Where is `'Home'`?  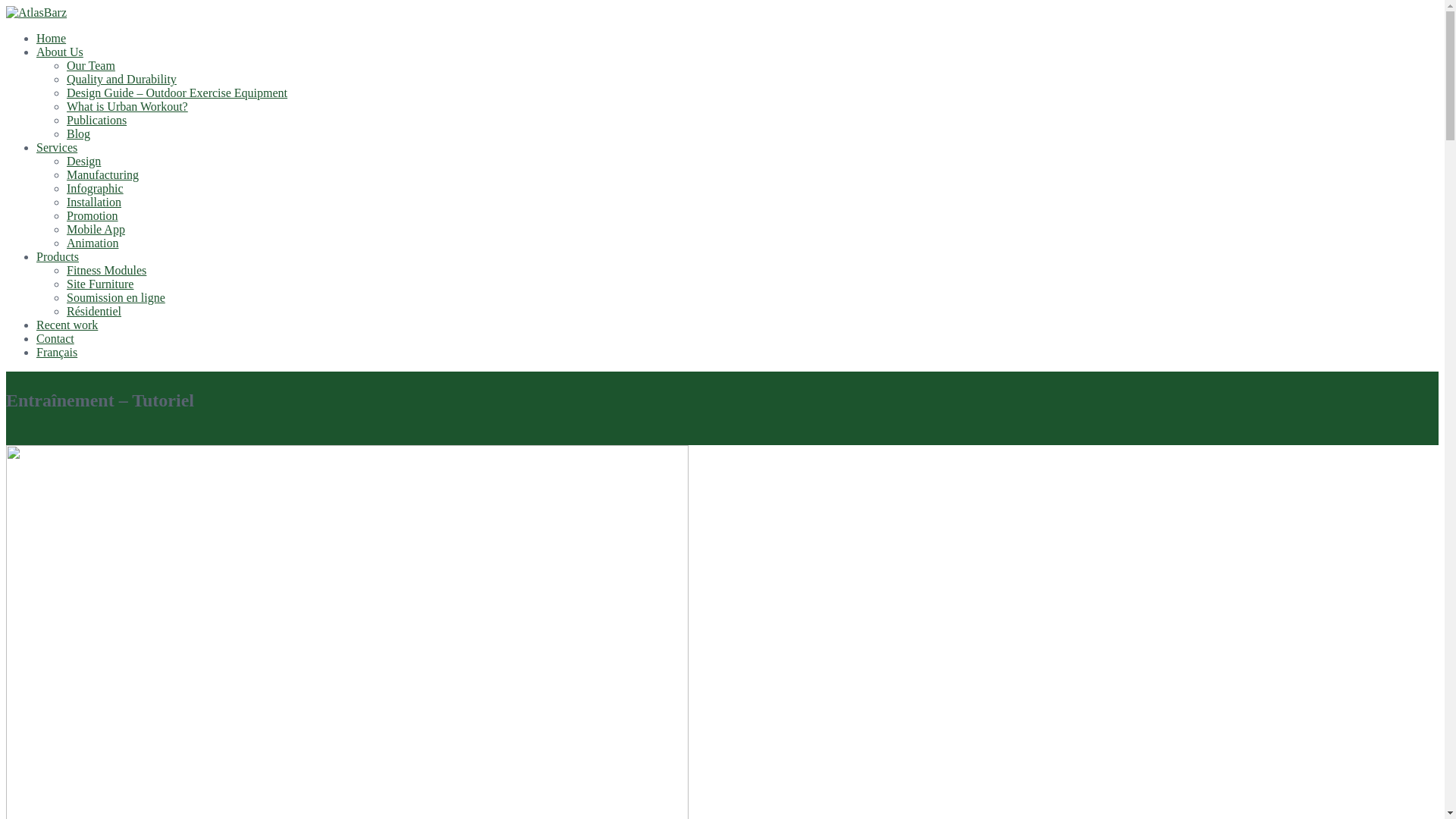
'Home' is located at coordinates (51, 37).